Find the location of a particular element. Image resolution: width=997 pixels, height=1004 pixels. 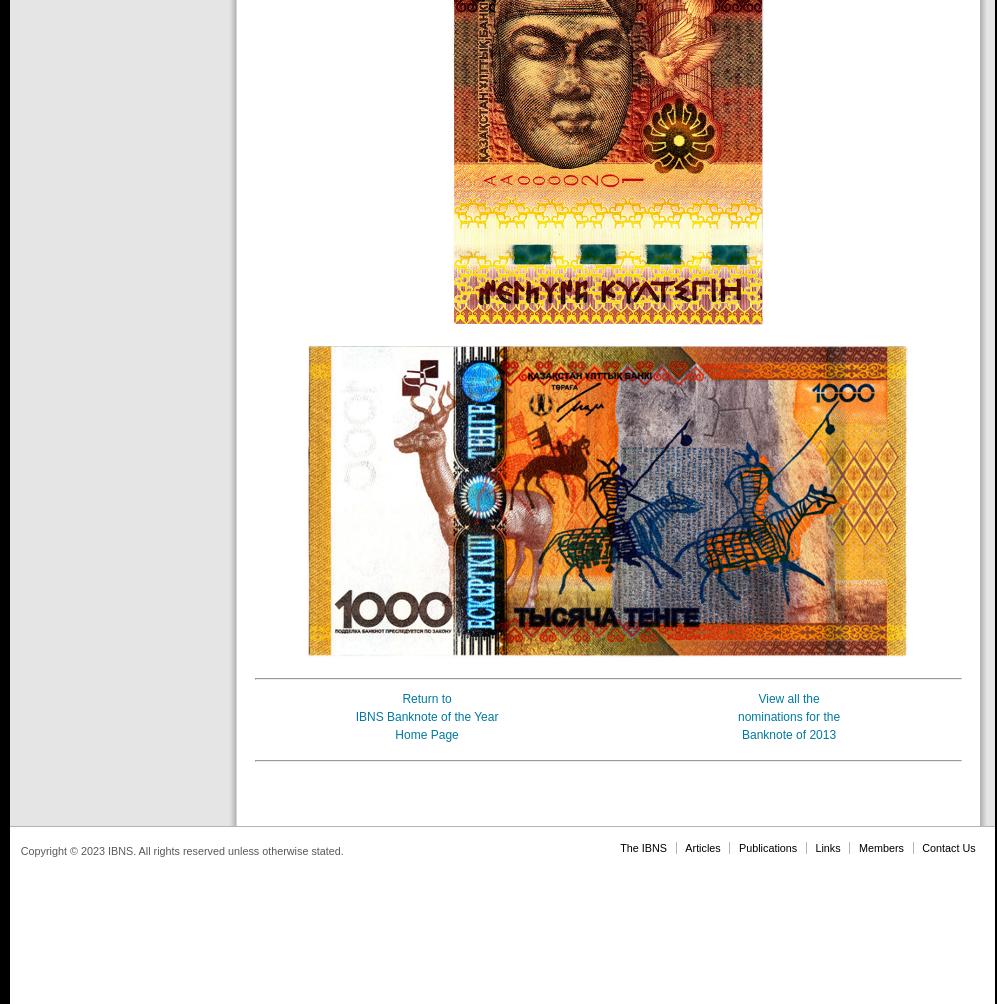

'Links' is located at coordinates (827, 846).